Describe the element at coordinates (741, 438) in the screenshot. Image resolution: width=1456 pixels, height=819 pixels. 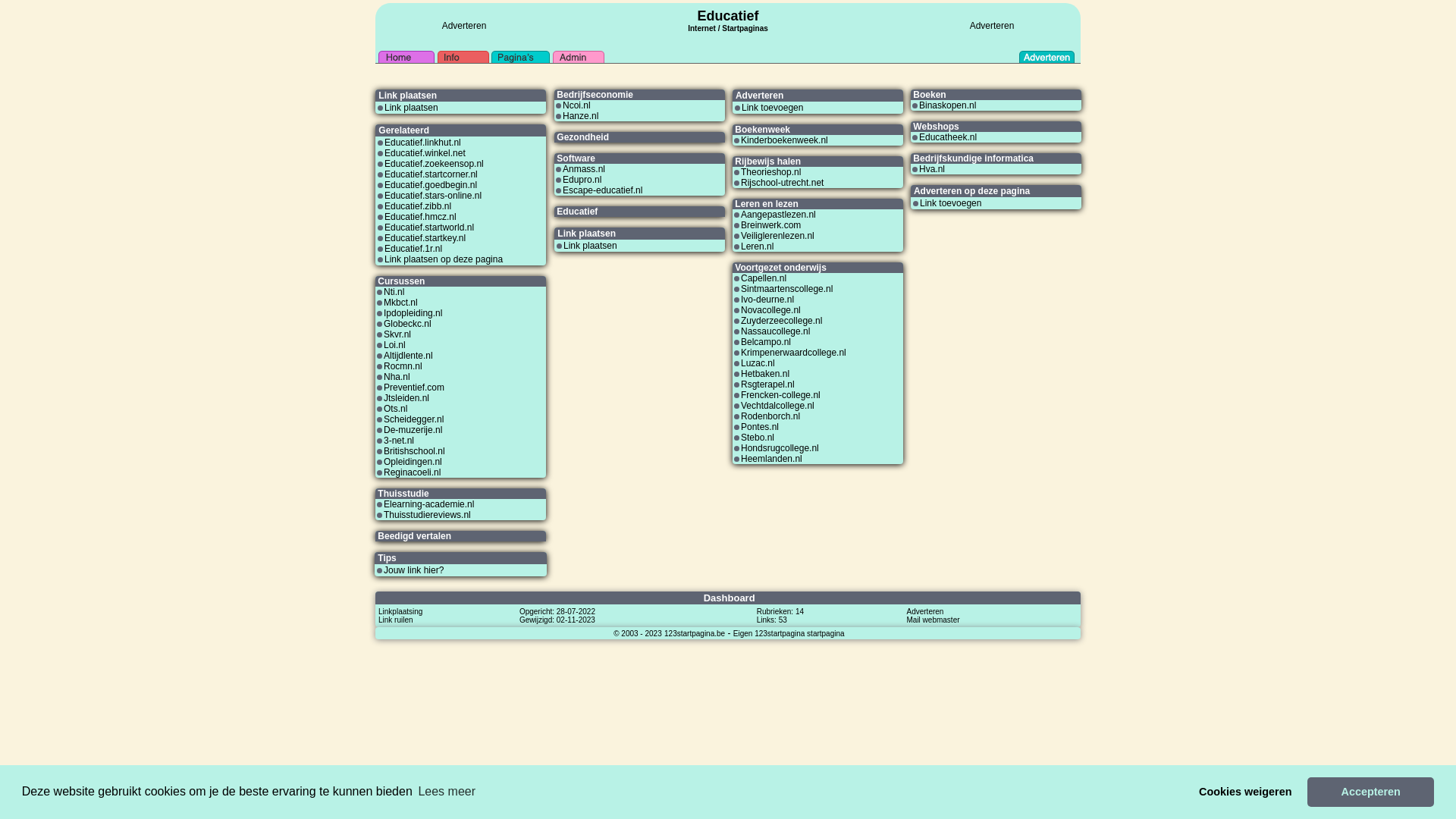
I see `'Stebo.nl'` at that location.